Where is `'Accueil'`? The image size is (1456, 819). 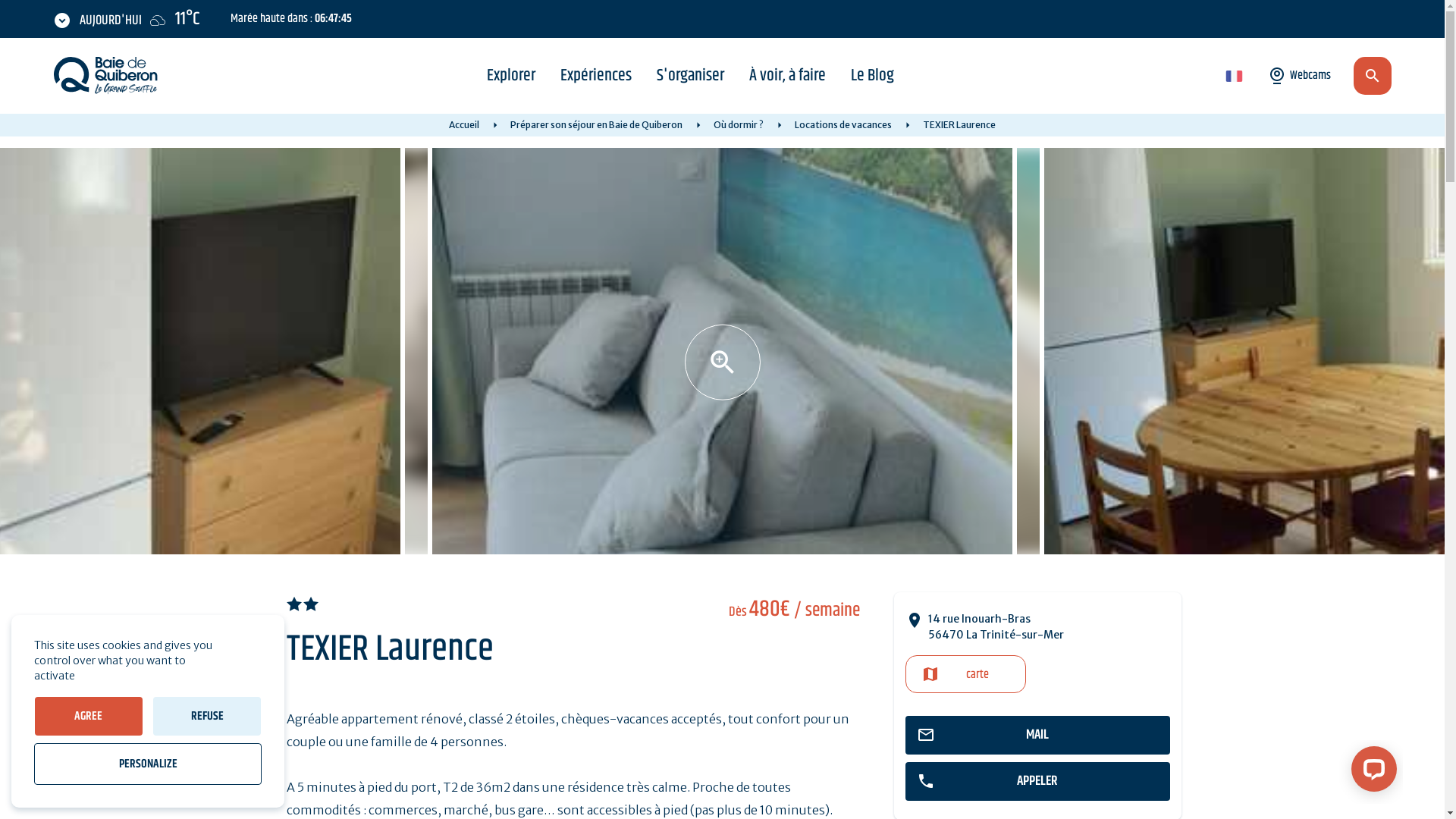 'Accueil' is located at coordinates (463, 124).